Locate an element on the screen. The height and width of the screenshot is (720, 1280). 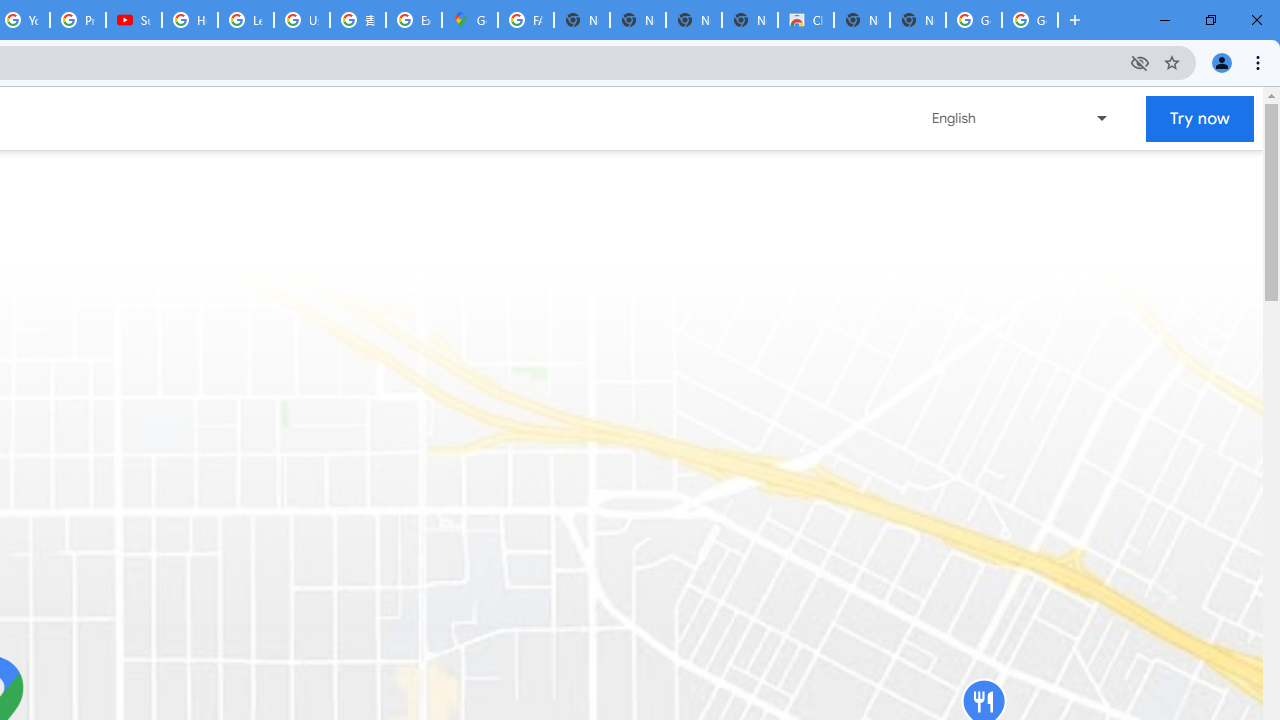
'Explore new street-level details - Google Maps Help' is located at coordinates (413, 20).